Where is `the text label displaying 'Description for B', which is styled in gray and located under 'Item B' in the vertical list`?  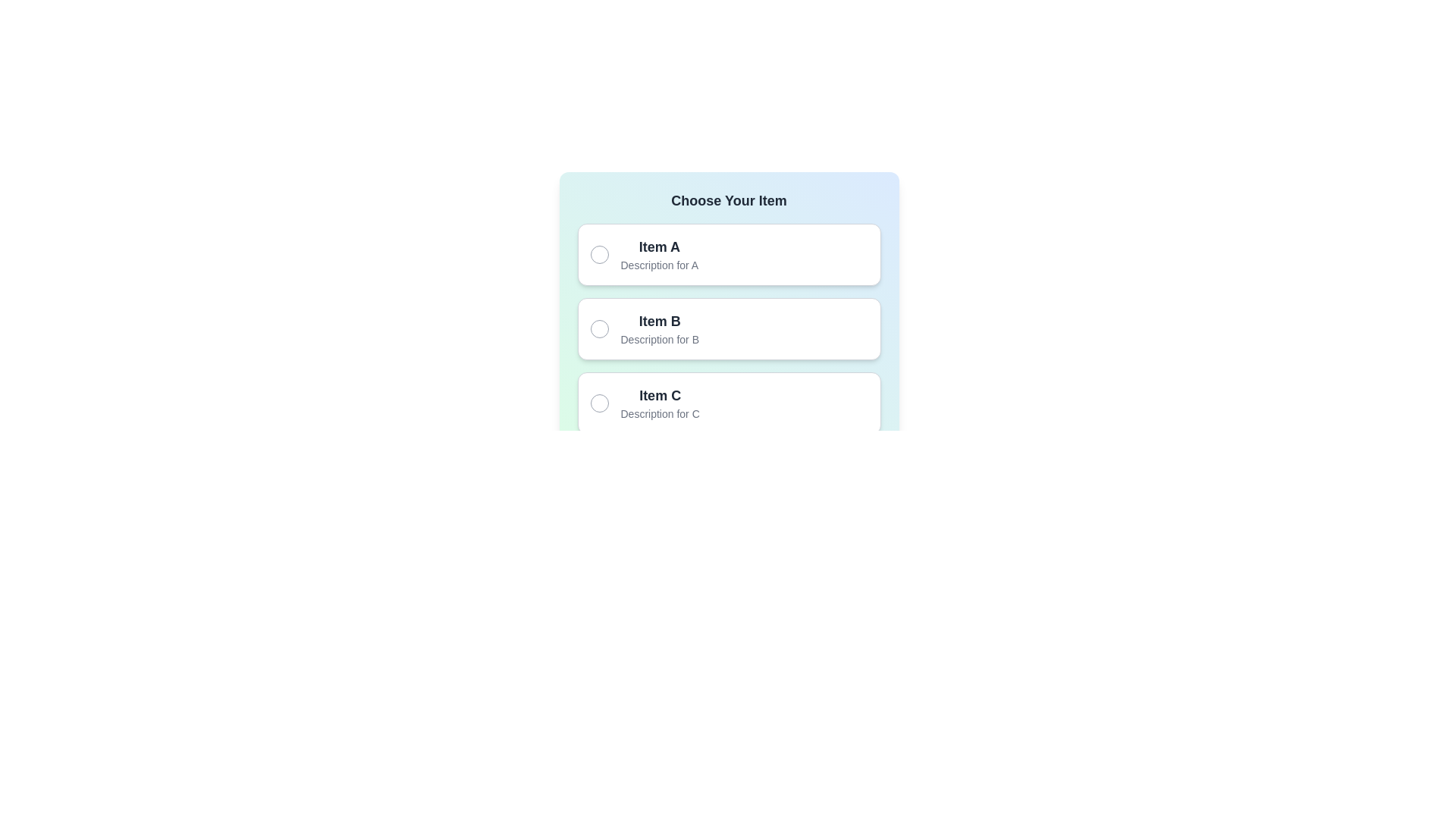 the text label displaying 'Description for B', which is styled in gray and located under 'Item B' in the vertical list is located at coordinates (660, 338).